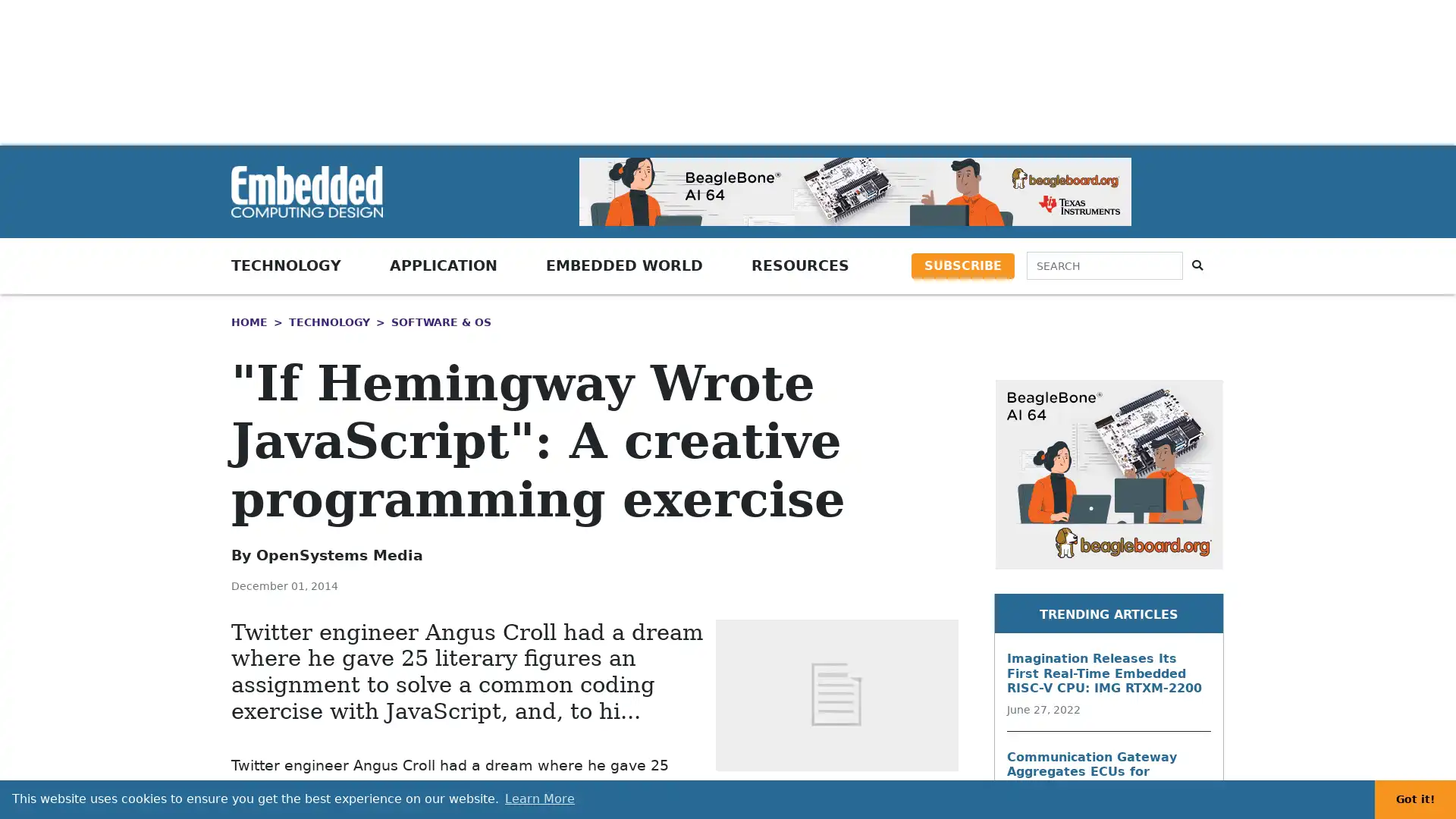 Image resolution: width=1456 pixels, height=819 pixels. What do you see at coordinates (592, 564) in the screenshot?
I see `Share to More More` at bounding box center [592, 564].